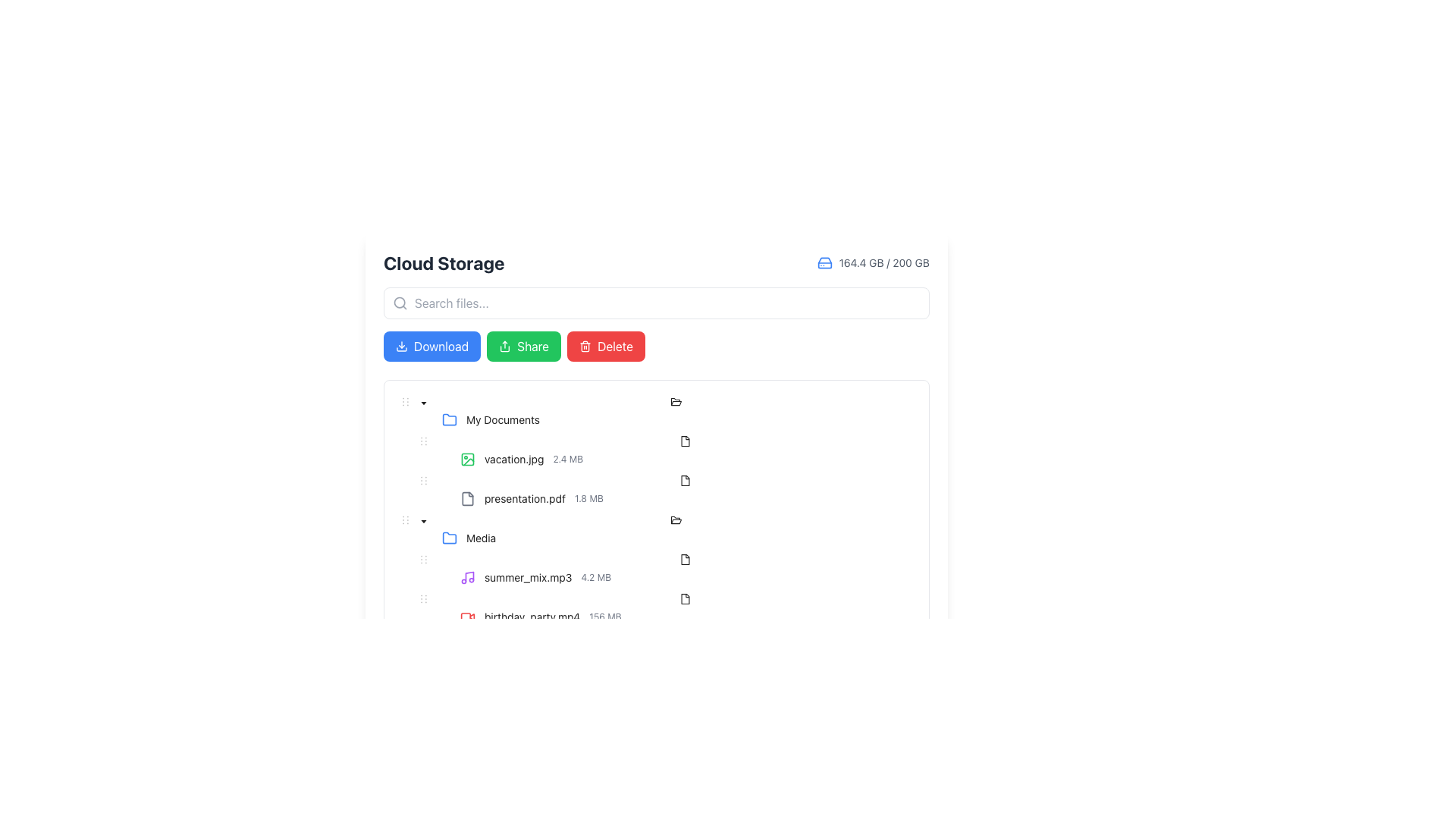 The image size is (1456, 819). What do you see at coordinates (441, 450) in the screenshot?
I see `the switcher element located to the left of the file thumbnail for 'vacation.jpg 2.4 MB'` at bounding box center [441, 450].